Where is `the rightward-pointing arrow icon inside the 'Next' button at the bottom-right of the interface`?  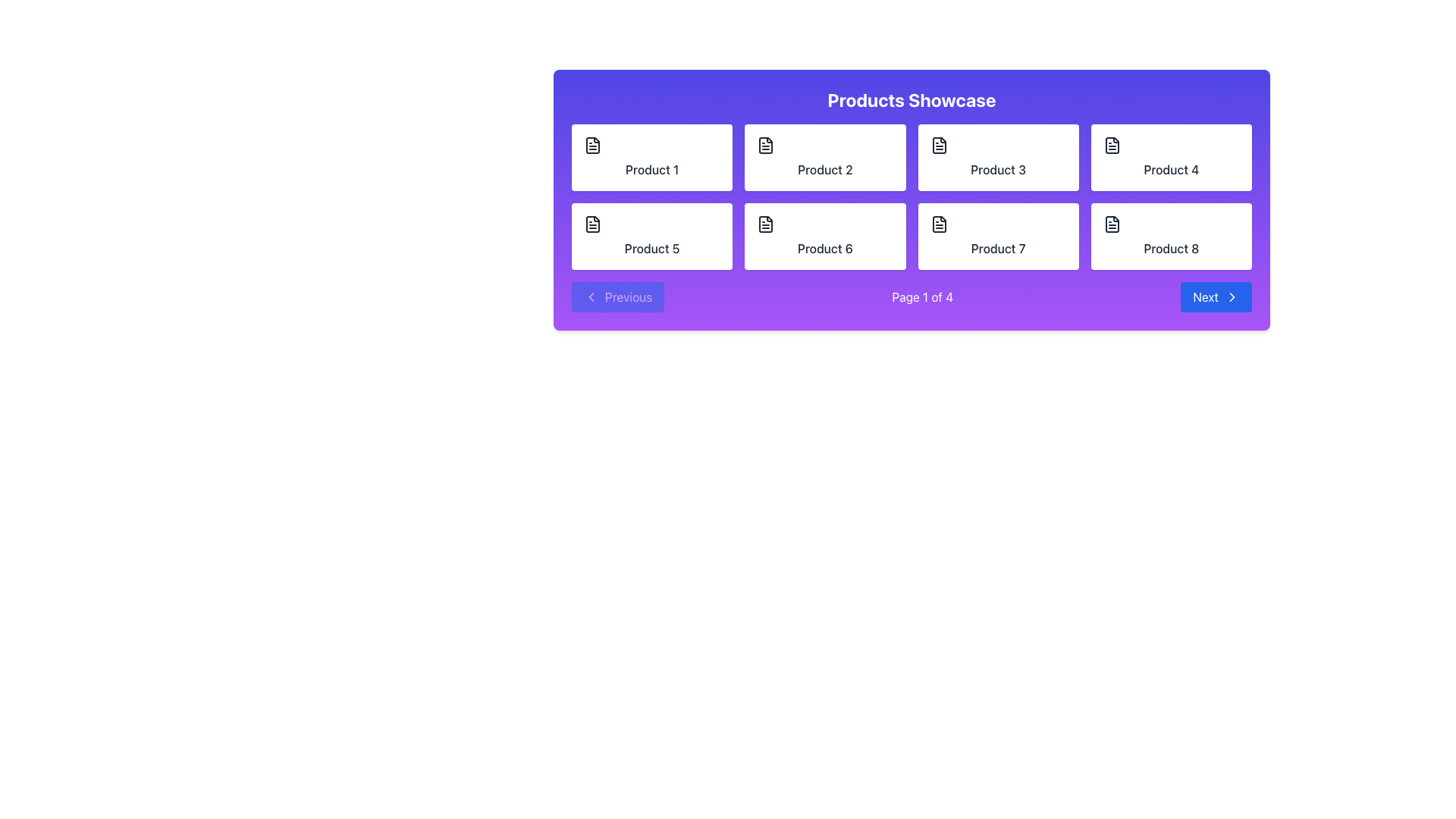 the rightward-pointing arrow icon inside the 'Next' button at the bottom-right of the interface is located at coordinates (1232, 297).